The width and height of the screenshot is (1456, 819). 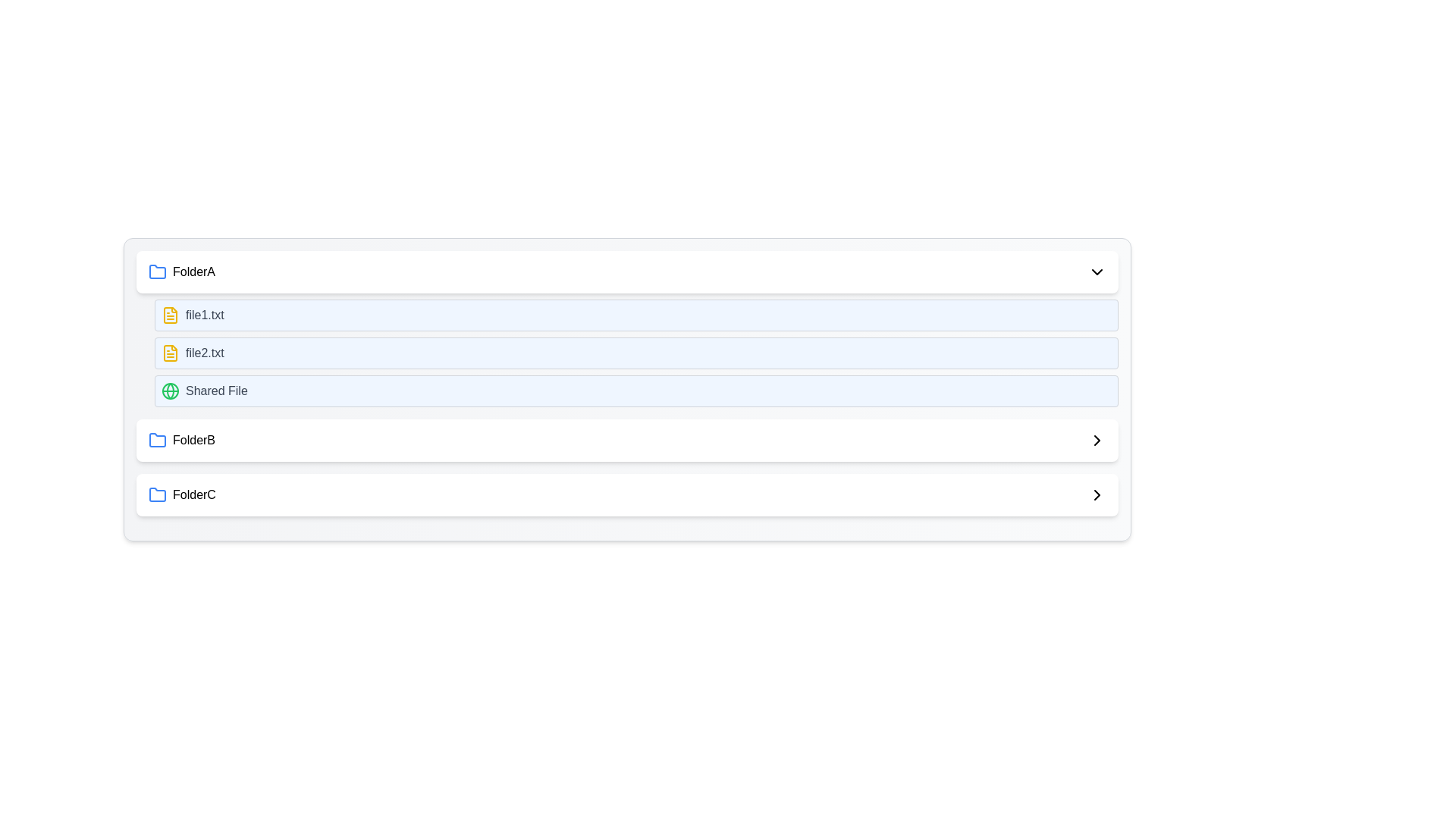 I want to click on the text label 'FolderB', so click(x=193, y=441).